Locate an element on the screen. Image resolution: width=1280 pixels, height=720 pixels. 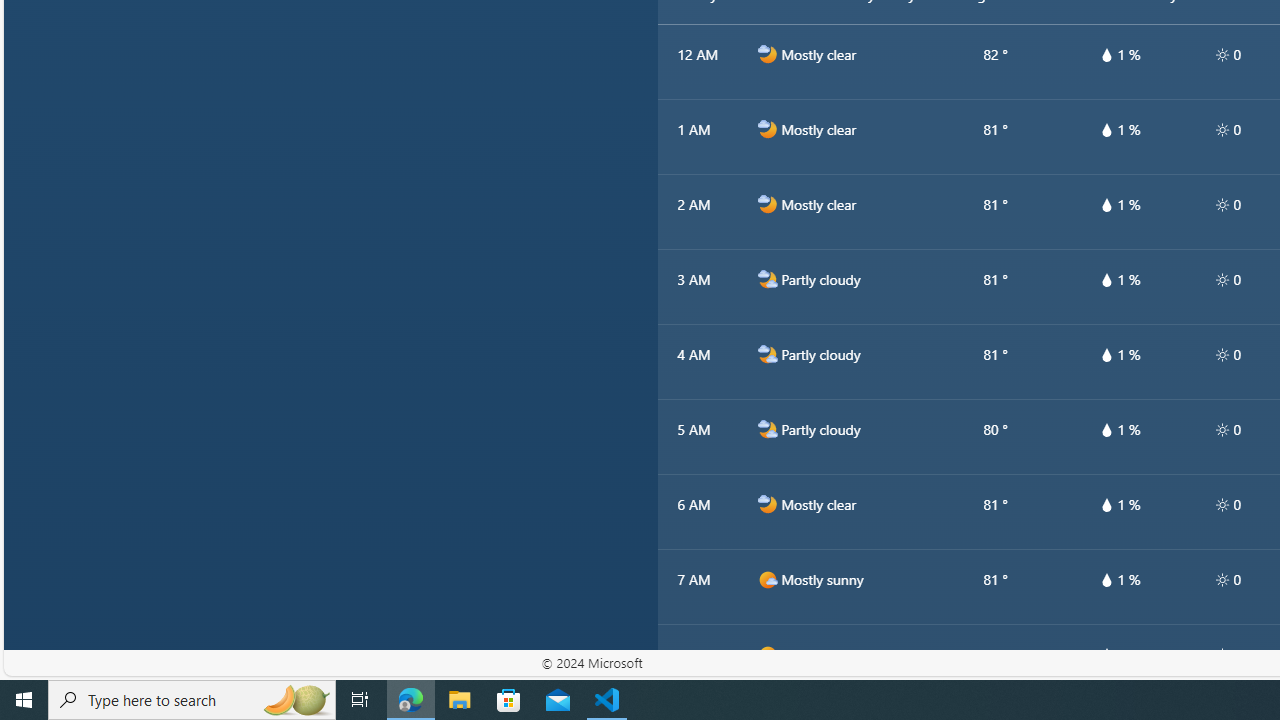
'hourlyTable/drop' is located at coordinates (1105, 654).